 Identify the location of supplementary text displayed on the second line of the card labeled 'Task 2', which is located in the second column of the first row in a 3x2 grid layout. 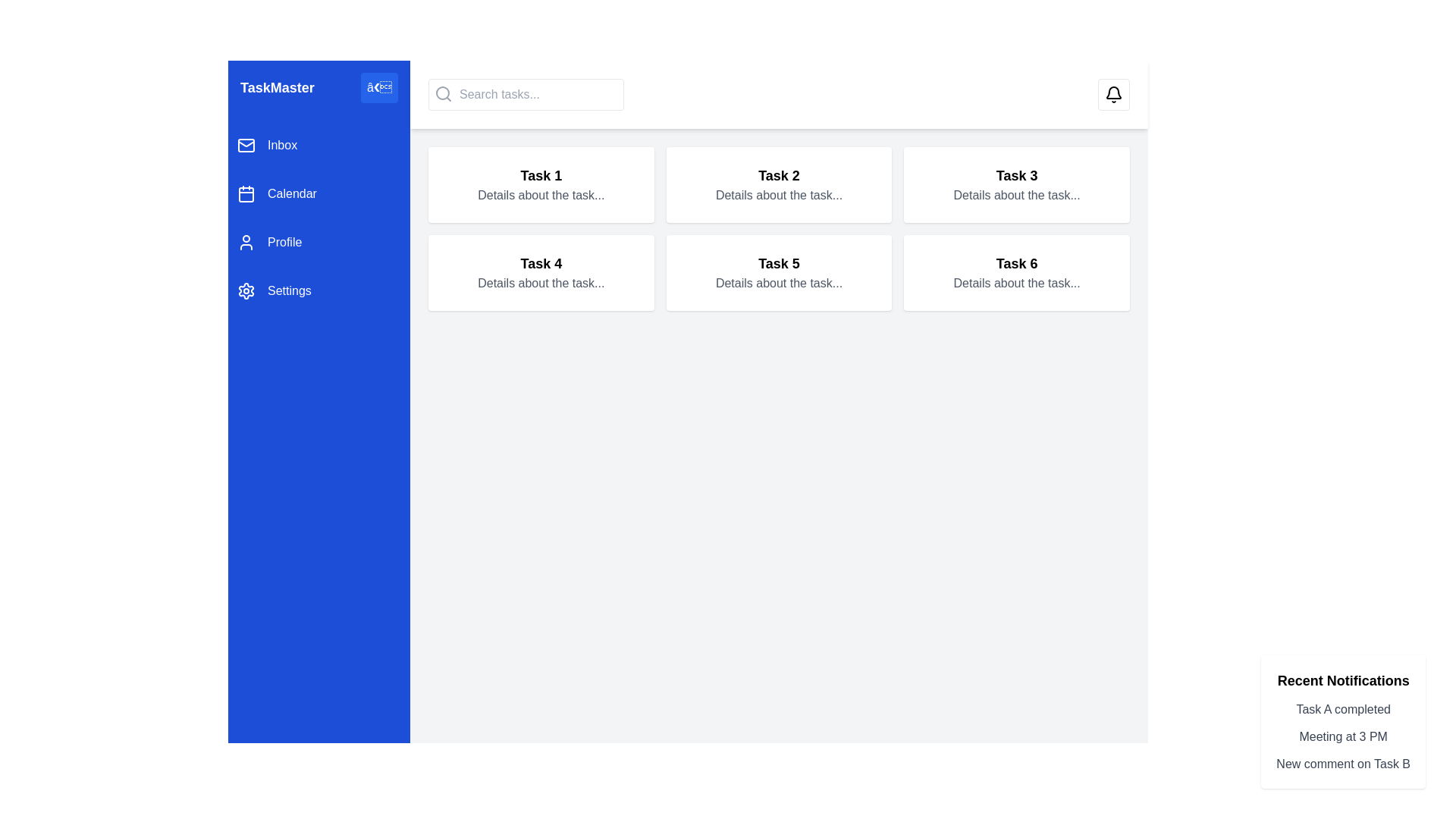
(779, 195).